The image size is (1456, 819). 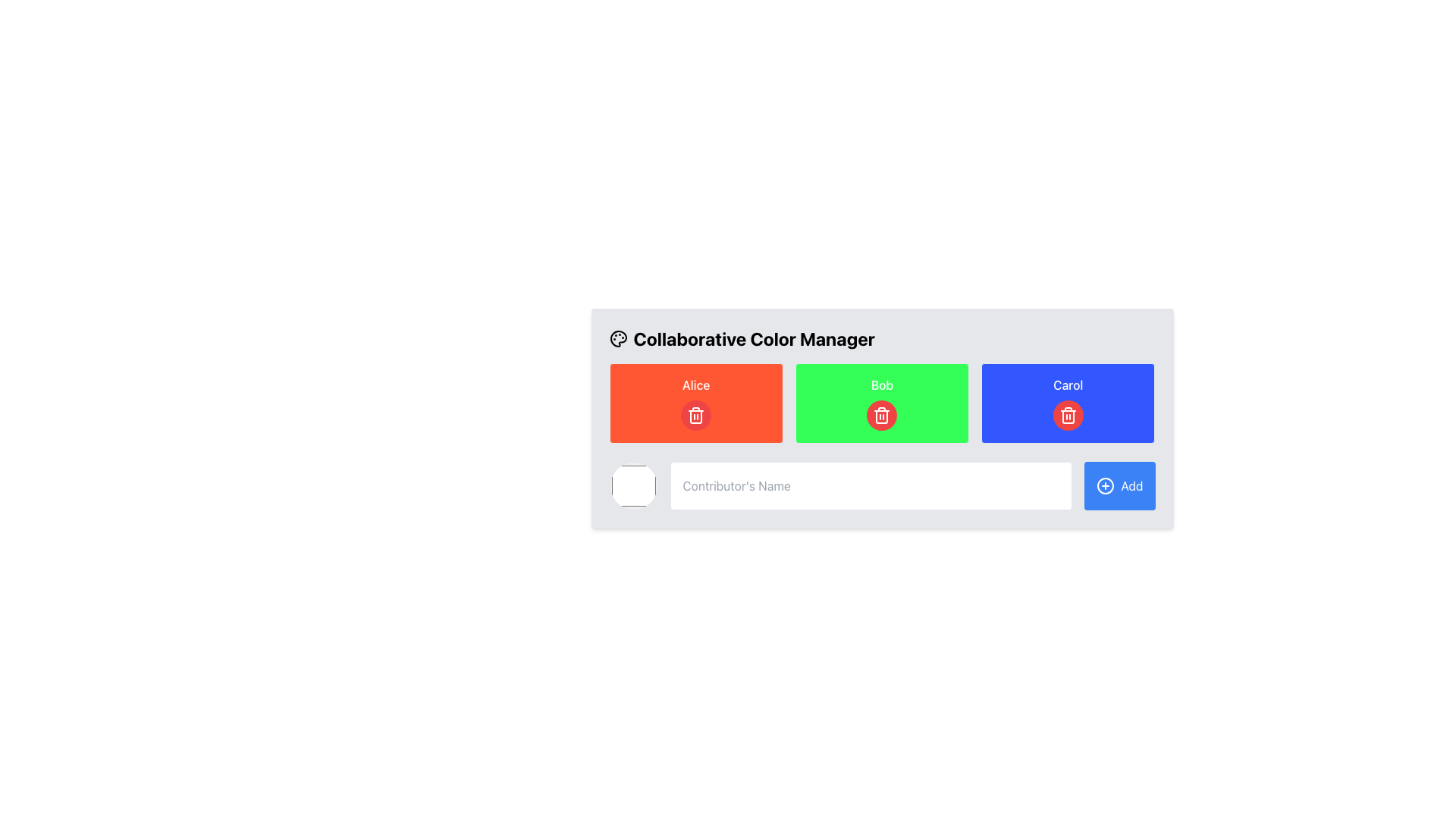 What do you see at coordinates (618, 338) in the screenshot?
I see `the circular shape of the Graphical Icon Component that is part of the palette icon, located near the center of the palette and to the left of the 'Collaborative Color Manager' label` at bounding box center [618, 338].